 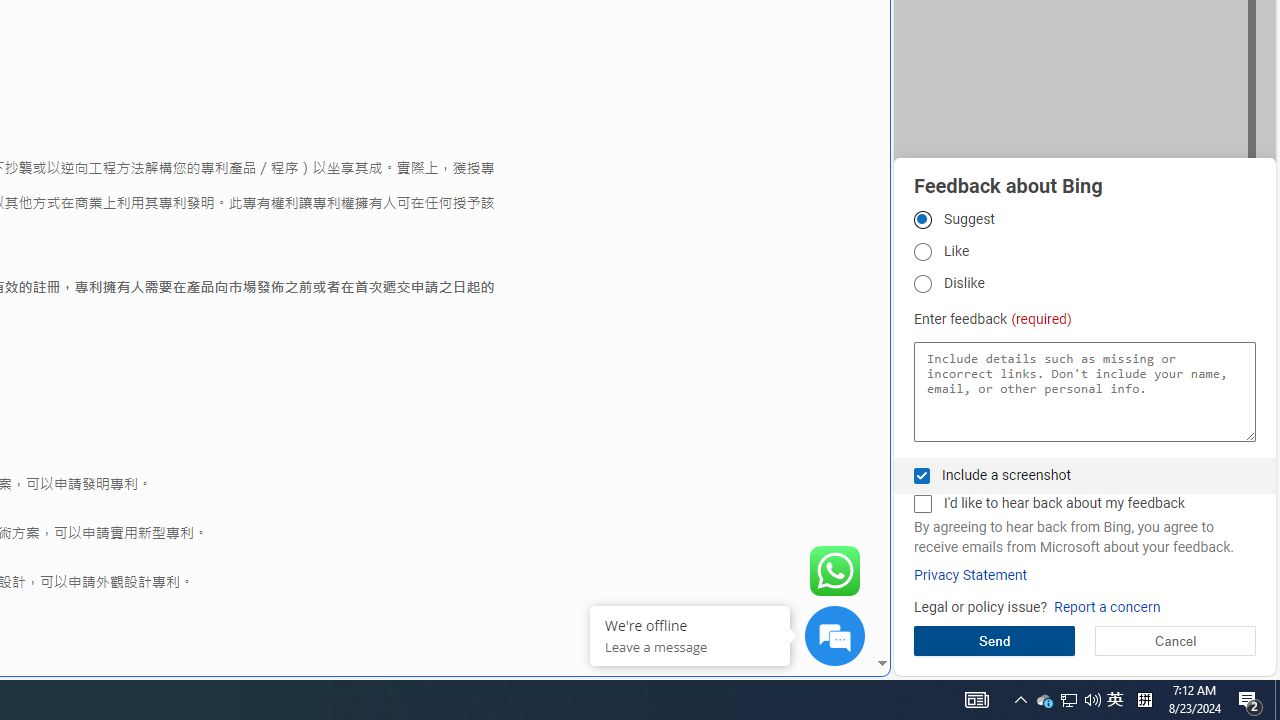 What do you see at coordinates (921, 250) in the screenshot?
I see `'Like'` at bounding box center [921, 250].